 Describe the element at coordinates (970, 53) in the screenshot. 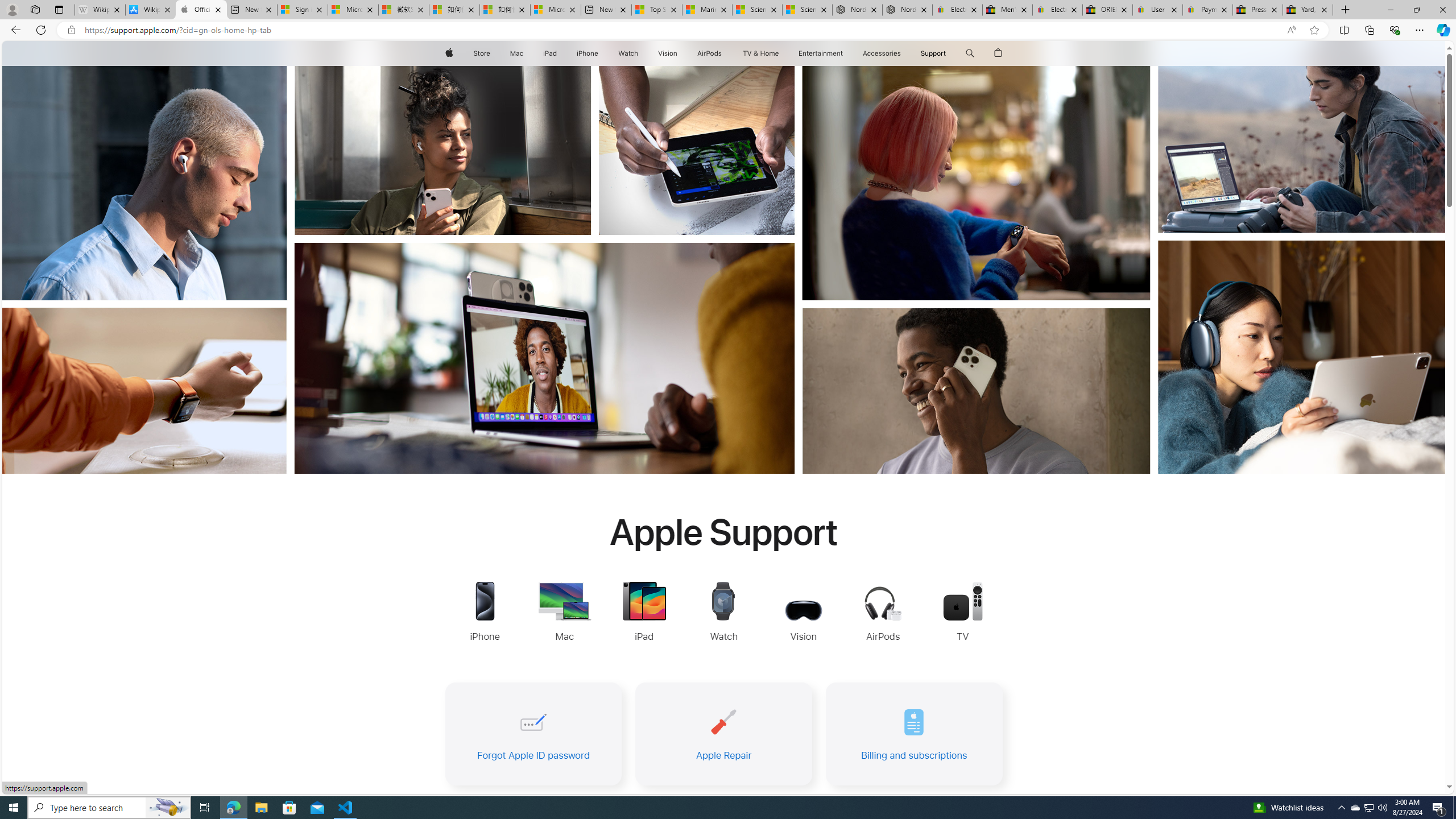

I see `'Search Support'` at that location.